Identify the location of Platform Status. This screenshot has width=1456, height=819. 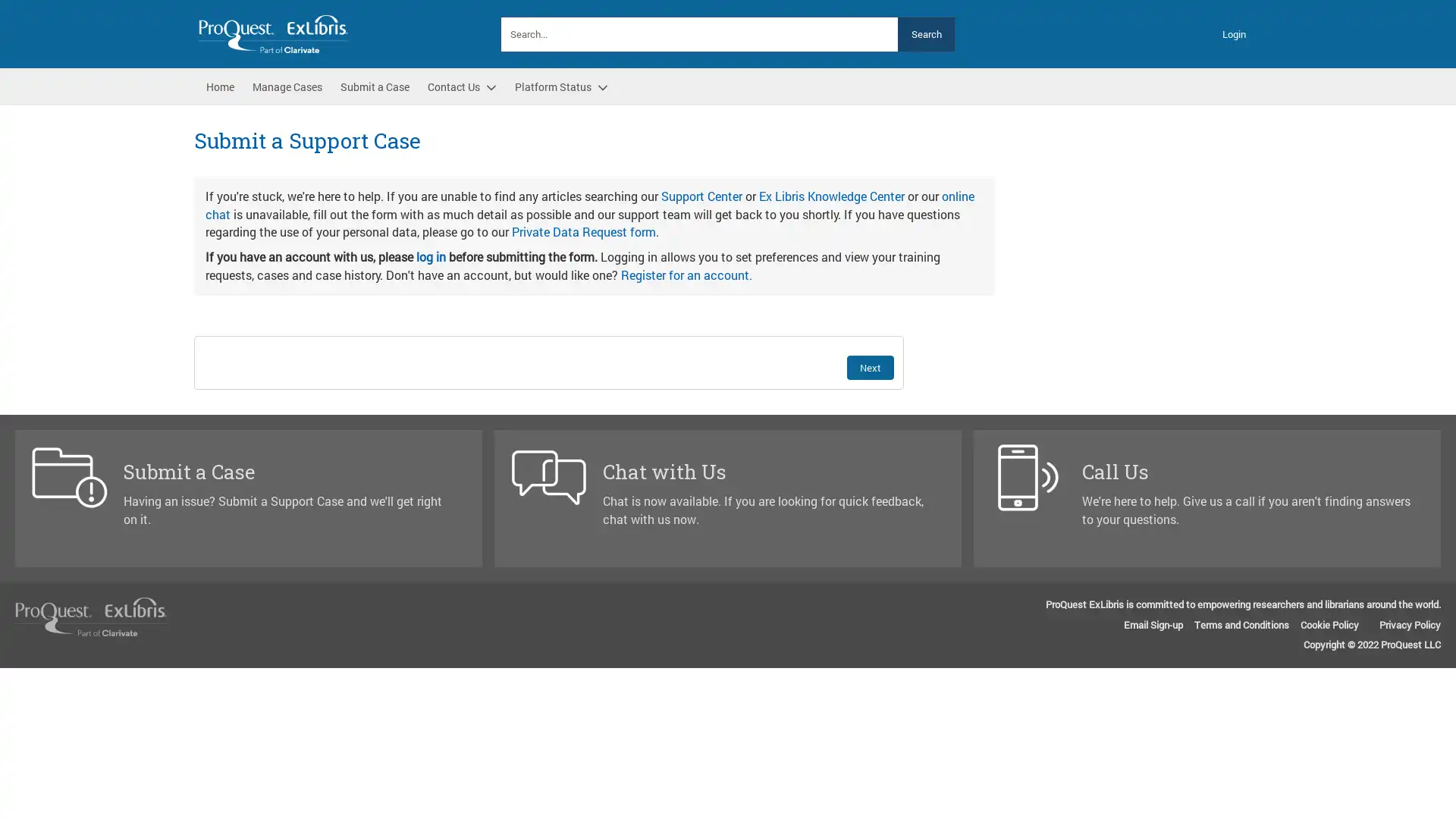
(560, 86).